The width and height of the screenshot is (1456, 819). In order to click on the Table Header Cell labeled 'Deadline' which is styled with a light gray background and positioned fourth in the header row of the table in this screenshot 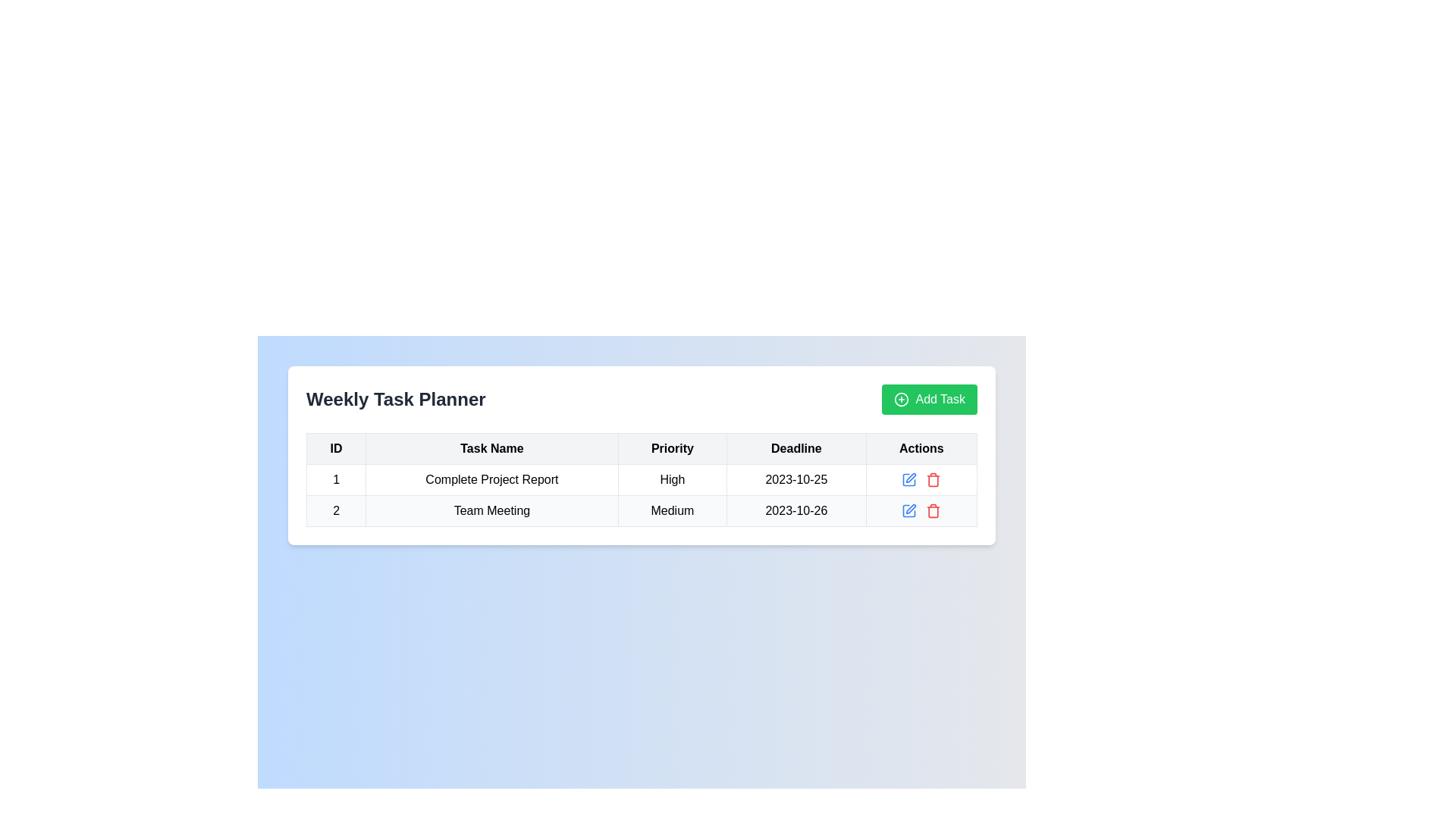, I will do `click(795, 447)`.